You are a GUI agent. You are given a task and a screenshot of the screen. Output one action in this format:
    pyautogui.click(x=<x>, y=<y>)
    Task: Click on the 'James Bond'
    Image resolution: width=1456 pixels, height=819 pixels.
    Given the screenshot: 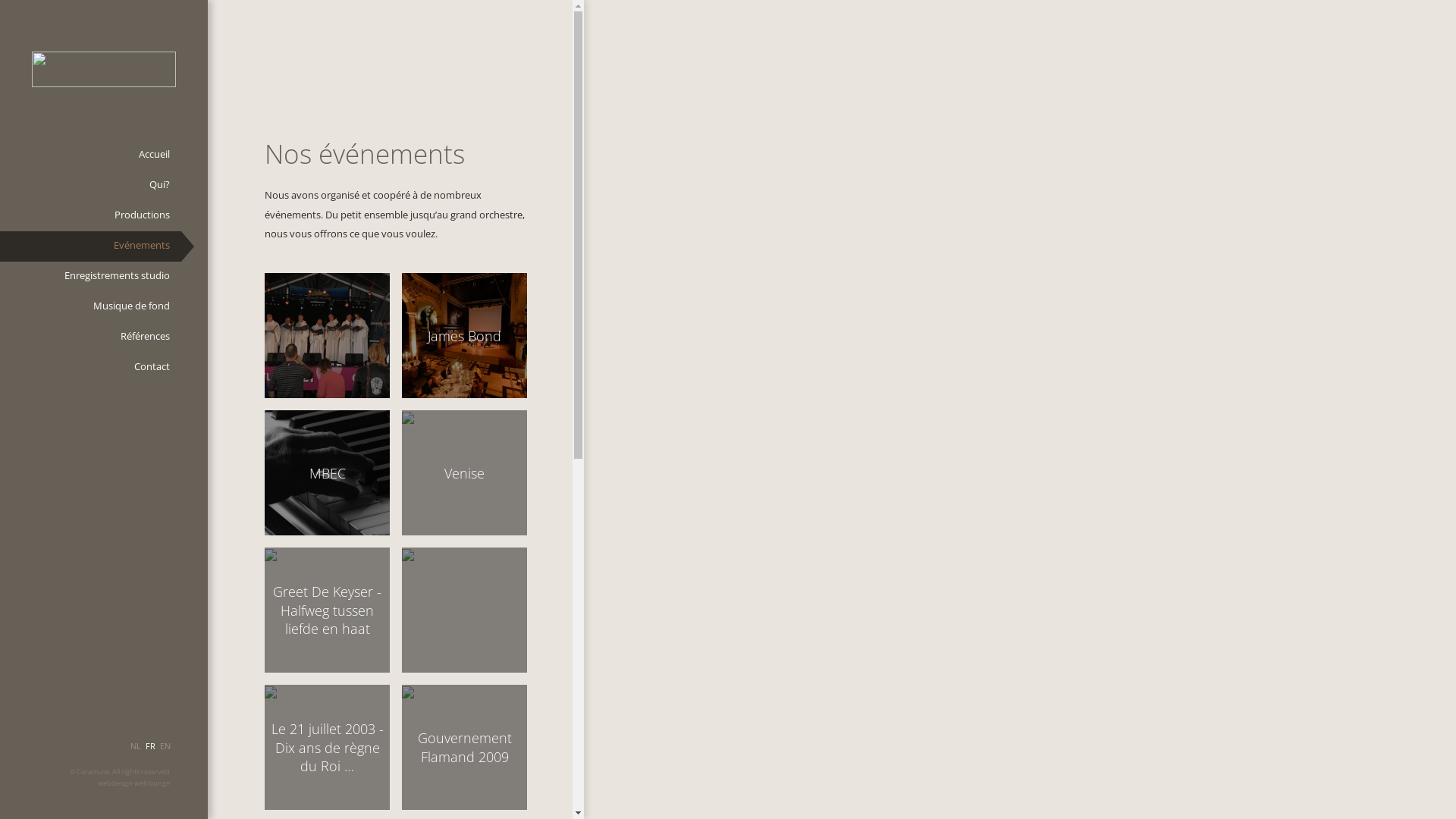 What is the action you would take?
    pyautogui.click(x=463, y=334)
    